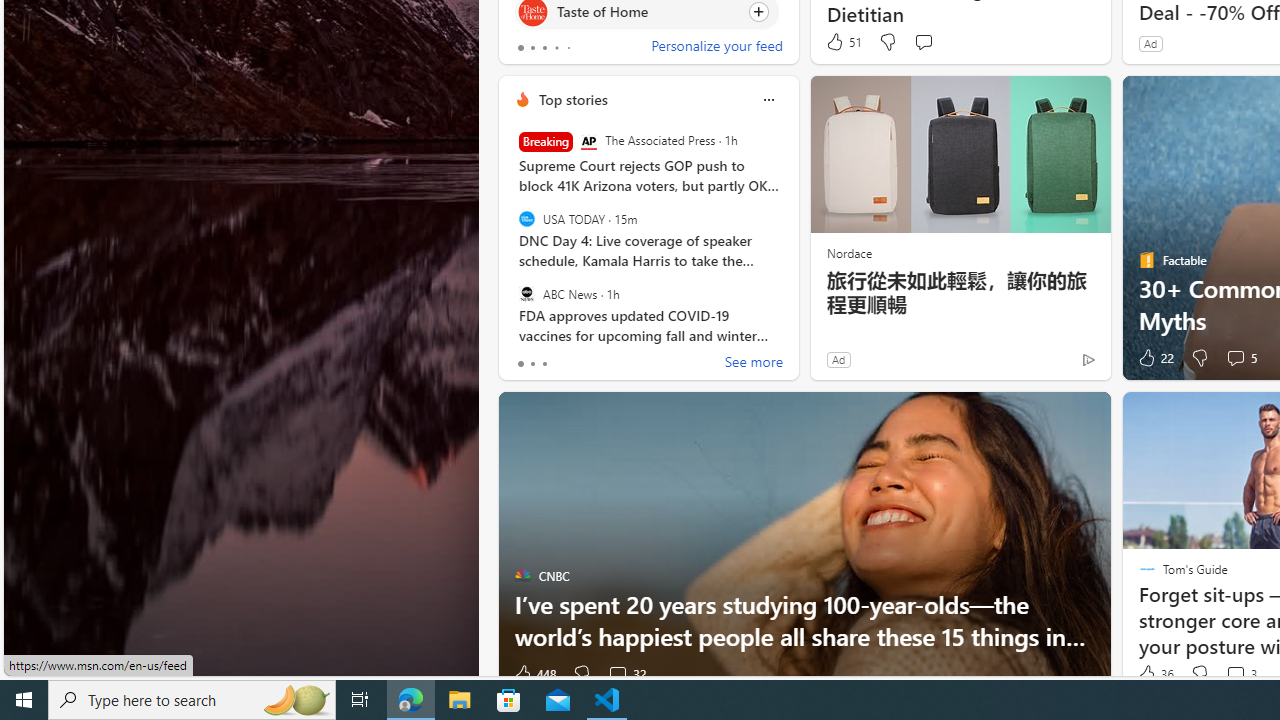  I want to click on 'tab-1', so click(532, 363).